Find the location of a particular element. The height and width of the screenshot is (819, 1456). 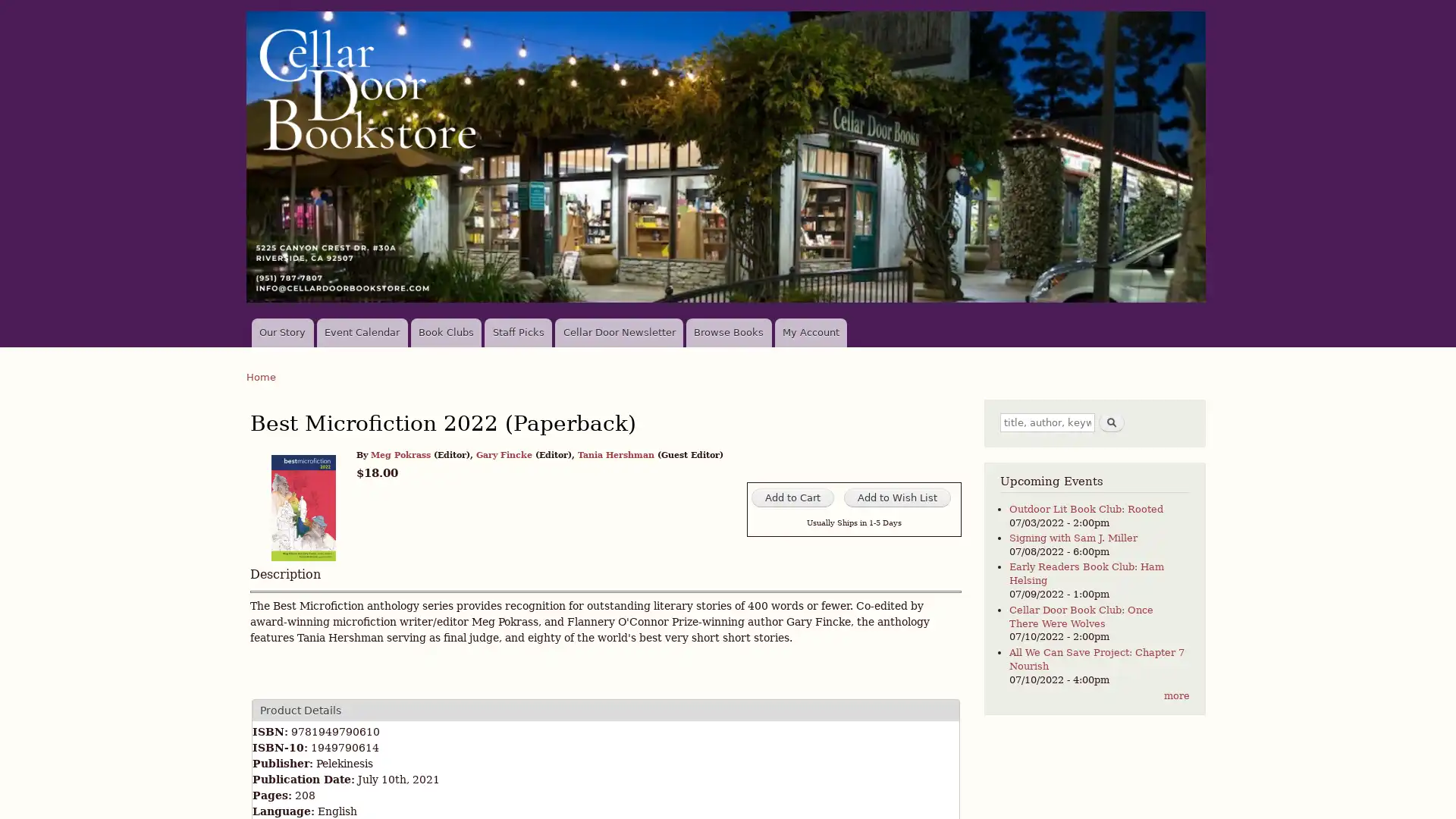

Search is located at coordinates (1110, 422).